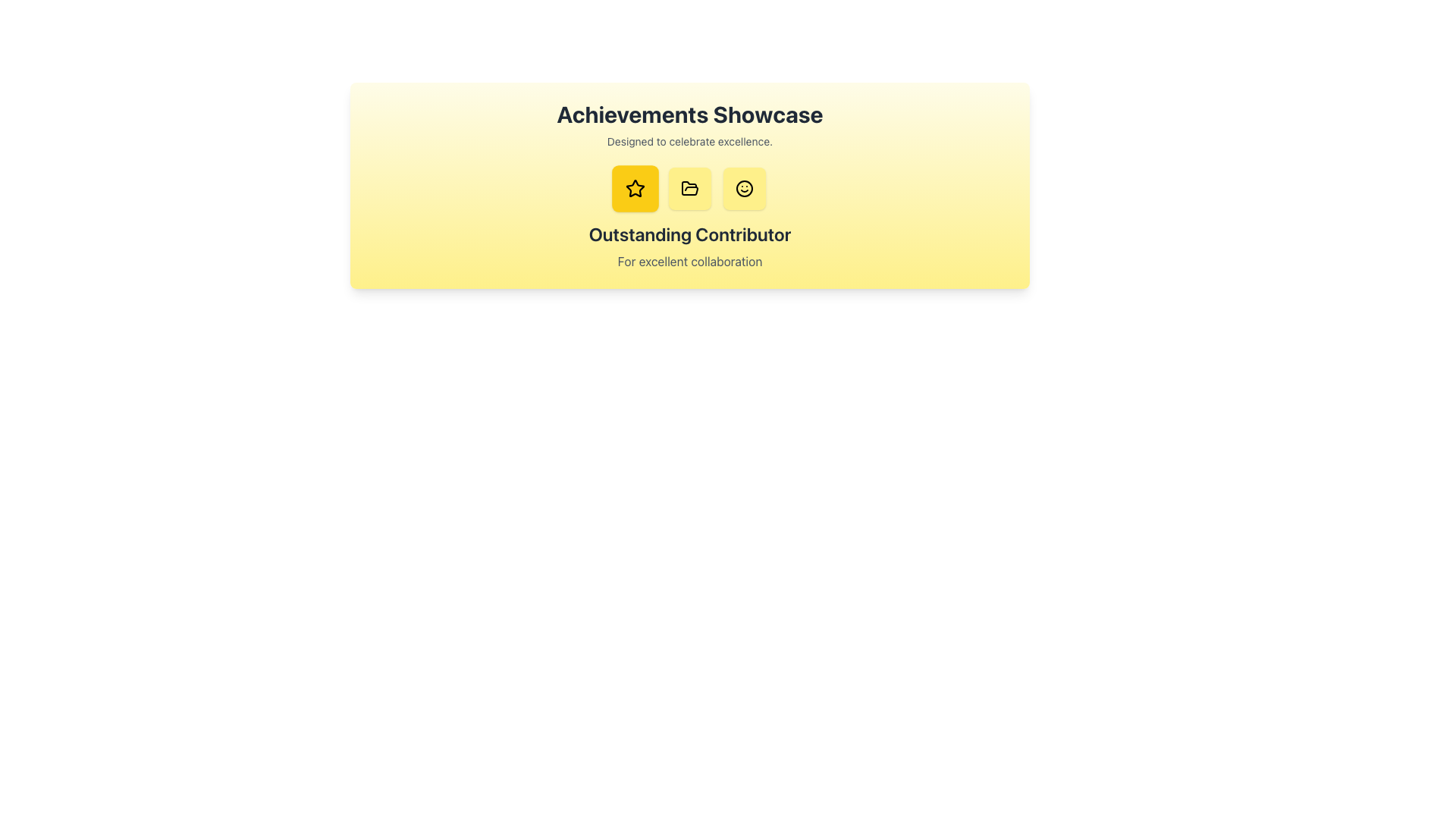 The image size is (1456, 819). Describe the element at coordinates (689, 188) in the screenshot. I see `the light yellow button with a black folder icon in the center, located in the middle section of the 'Achievements Showcase' card` at that location.